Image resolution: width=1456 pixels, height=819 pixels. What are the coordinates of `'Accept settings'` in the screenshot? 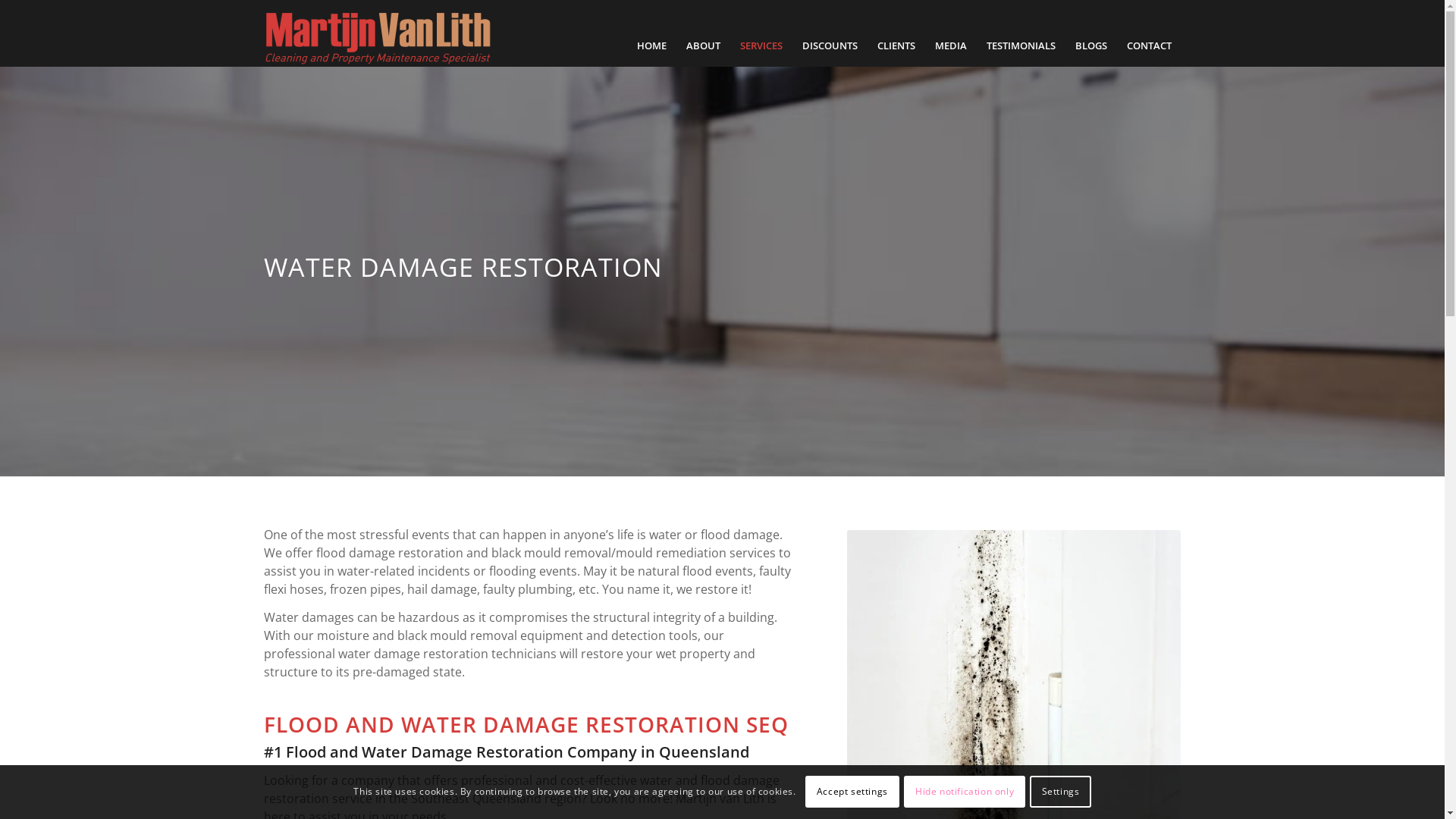 It's located at (852, 791).